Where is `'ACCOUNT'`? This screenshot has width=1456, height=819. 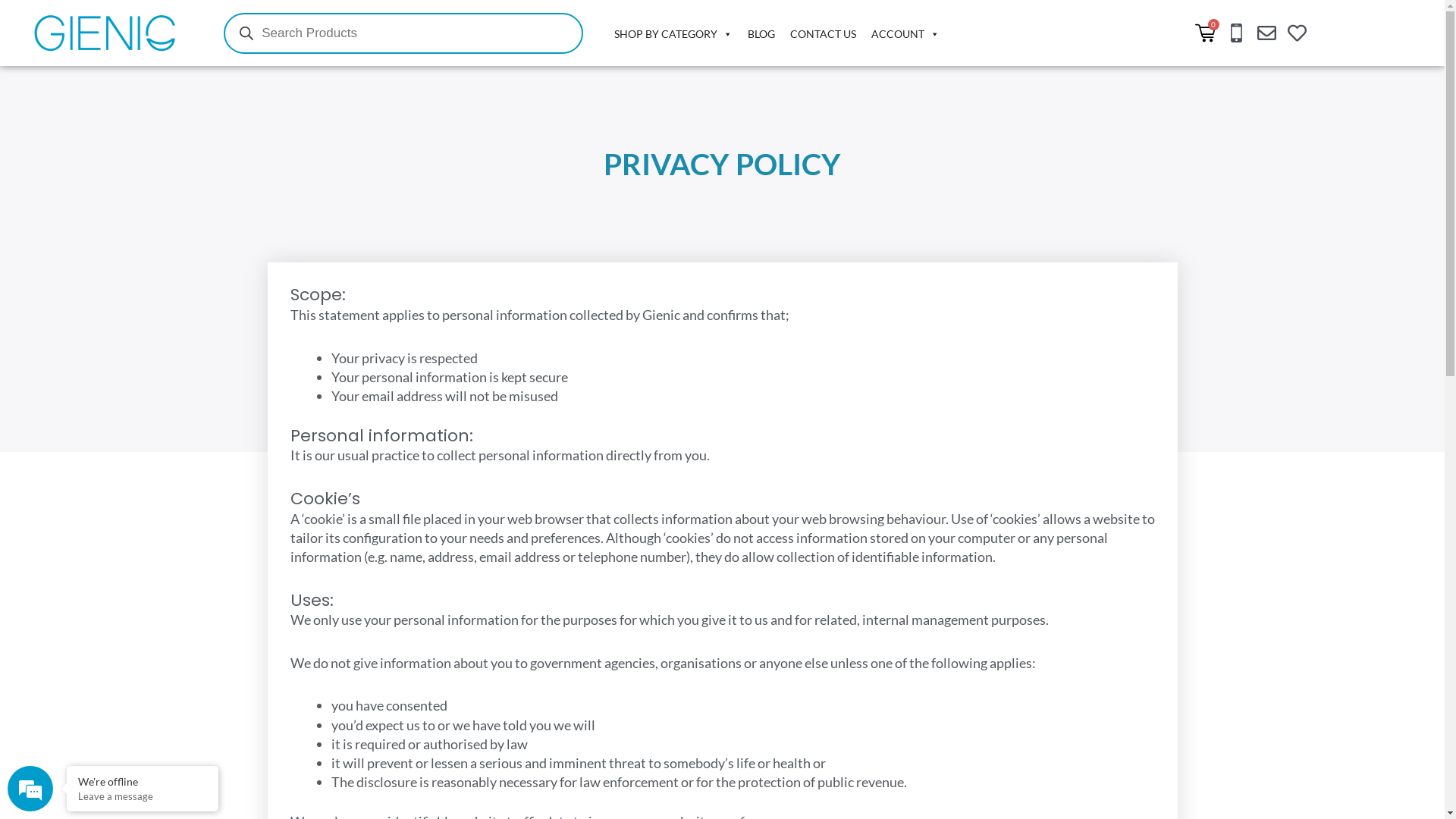
'ACCOUNT' is located at coordinates (863, 34).